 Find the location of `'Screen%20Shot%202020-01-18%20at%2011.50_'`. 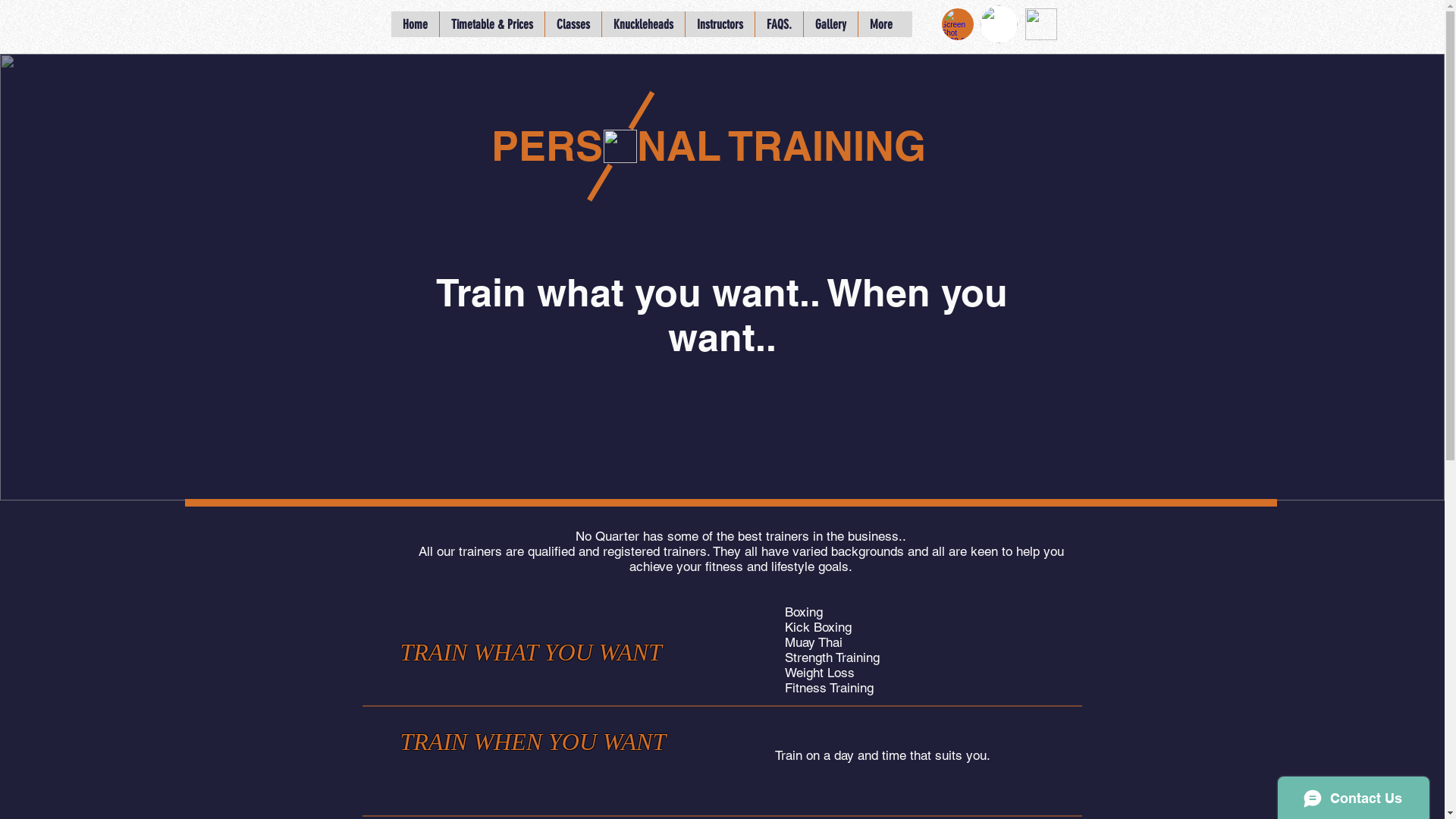

'Screen%20Shot%202020-01-18%20at%2011.50_' is located at coordinates (1040, 24).